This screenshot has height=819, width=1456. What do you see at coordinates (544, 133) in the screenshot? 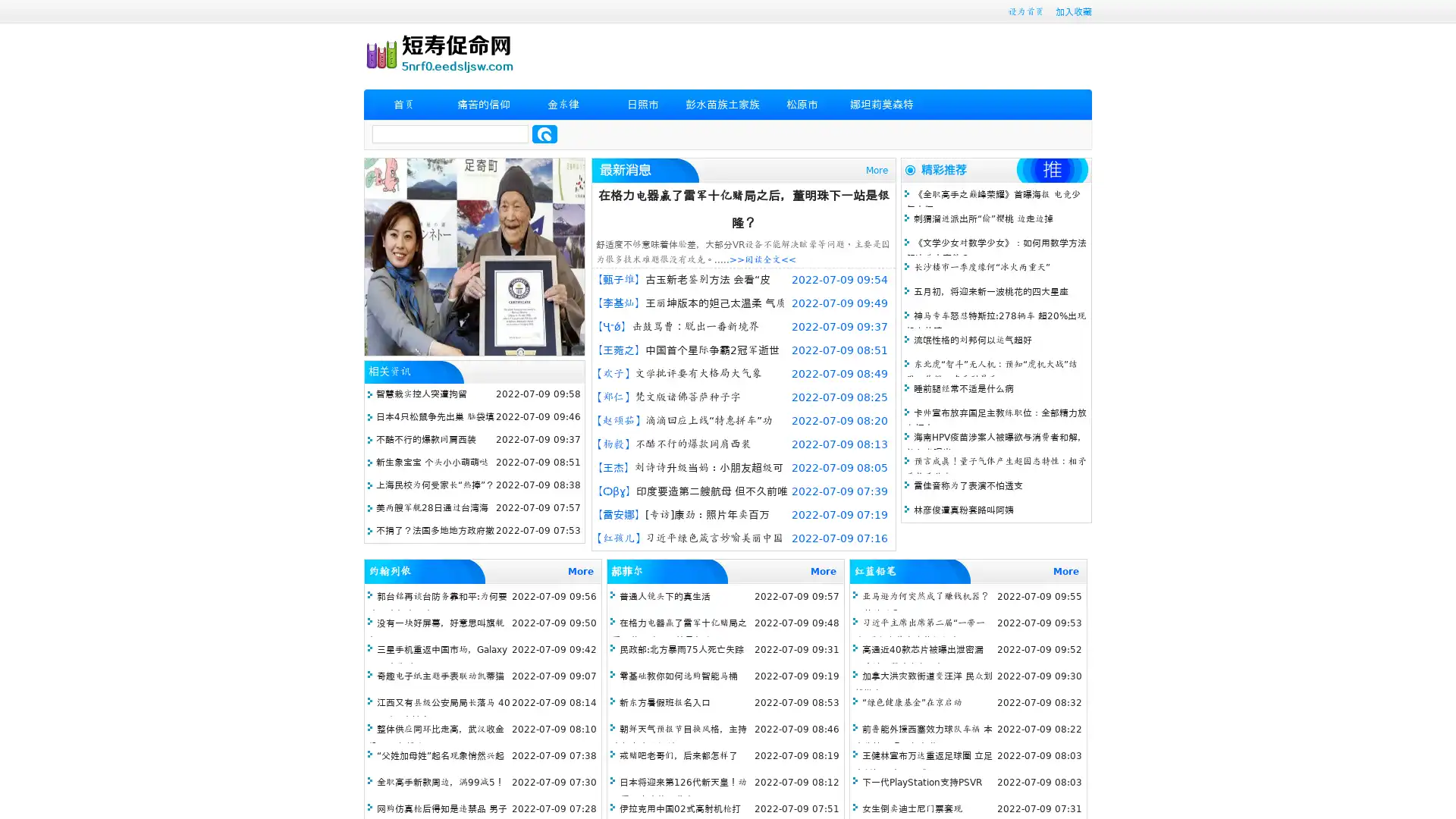
I see `Search` at bounding box center [544, 133].